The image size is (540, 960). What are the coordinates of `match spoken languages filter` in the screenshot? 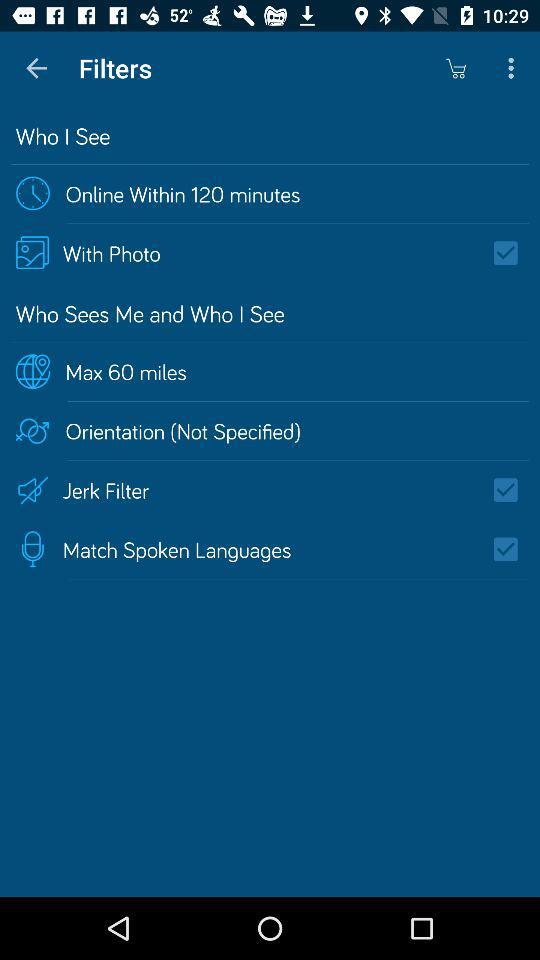 It's located at (512, 549).